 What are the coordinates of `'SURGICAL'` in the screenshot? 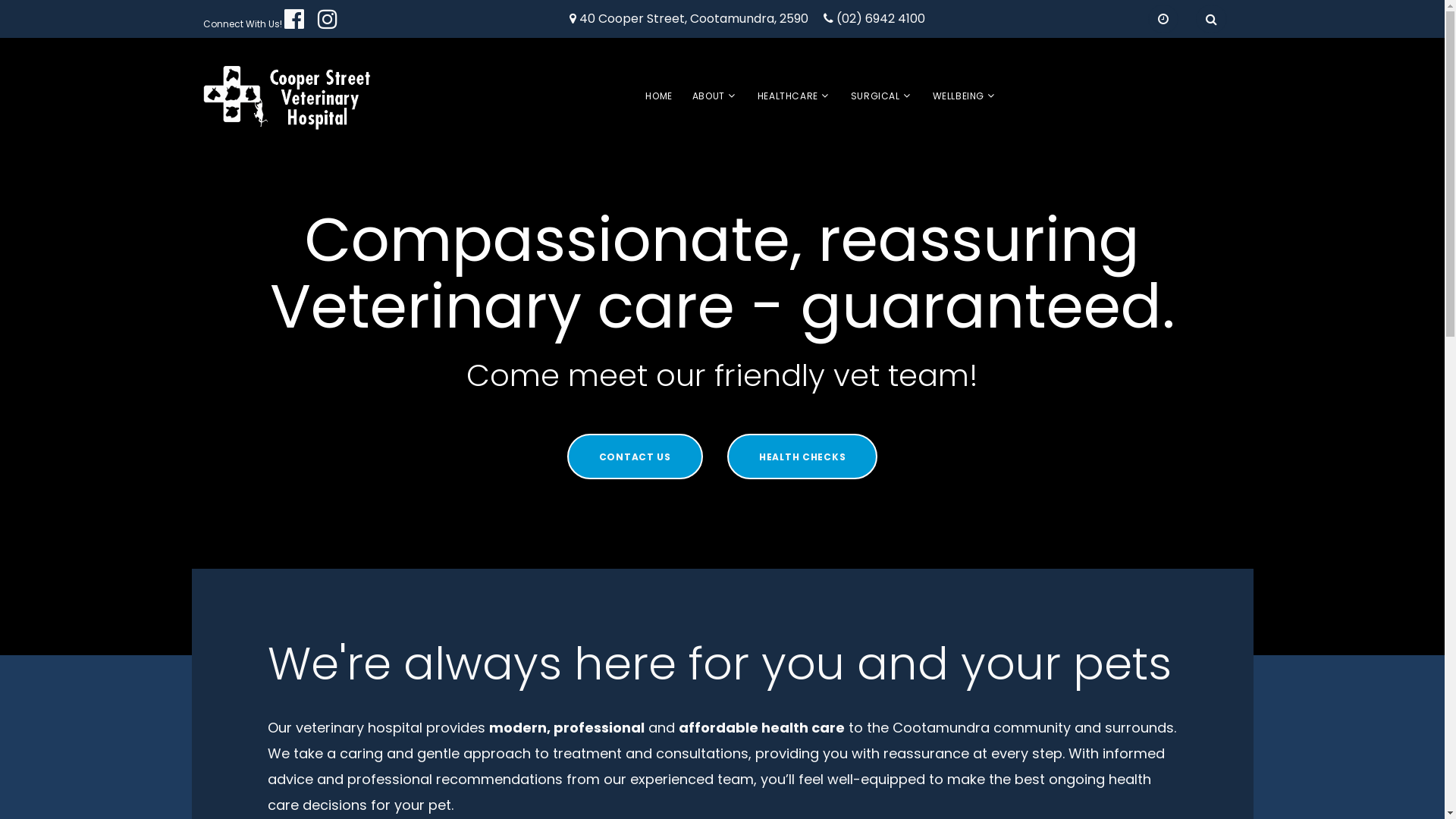 It's located at (851, 96).